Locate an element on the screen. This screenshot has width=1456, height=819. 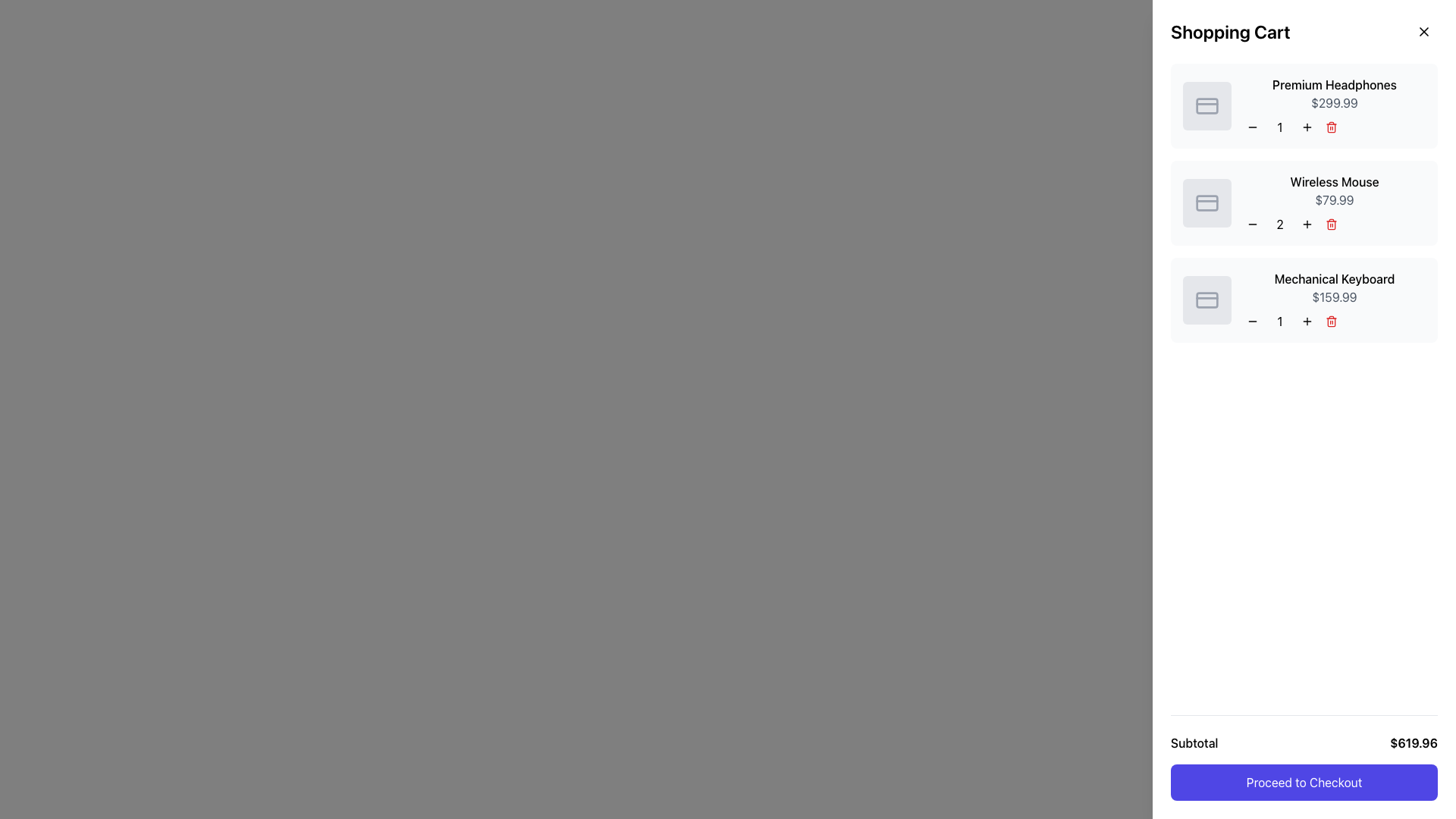
the small plus icon located in the shopping cart section for the 'Mechanical Keyboard' product to increase the quantity of the item is located at coordinates (1306, 321).